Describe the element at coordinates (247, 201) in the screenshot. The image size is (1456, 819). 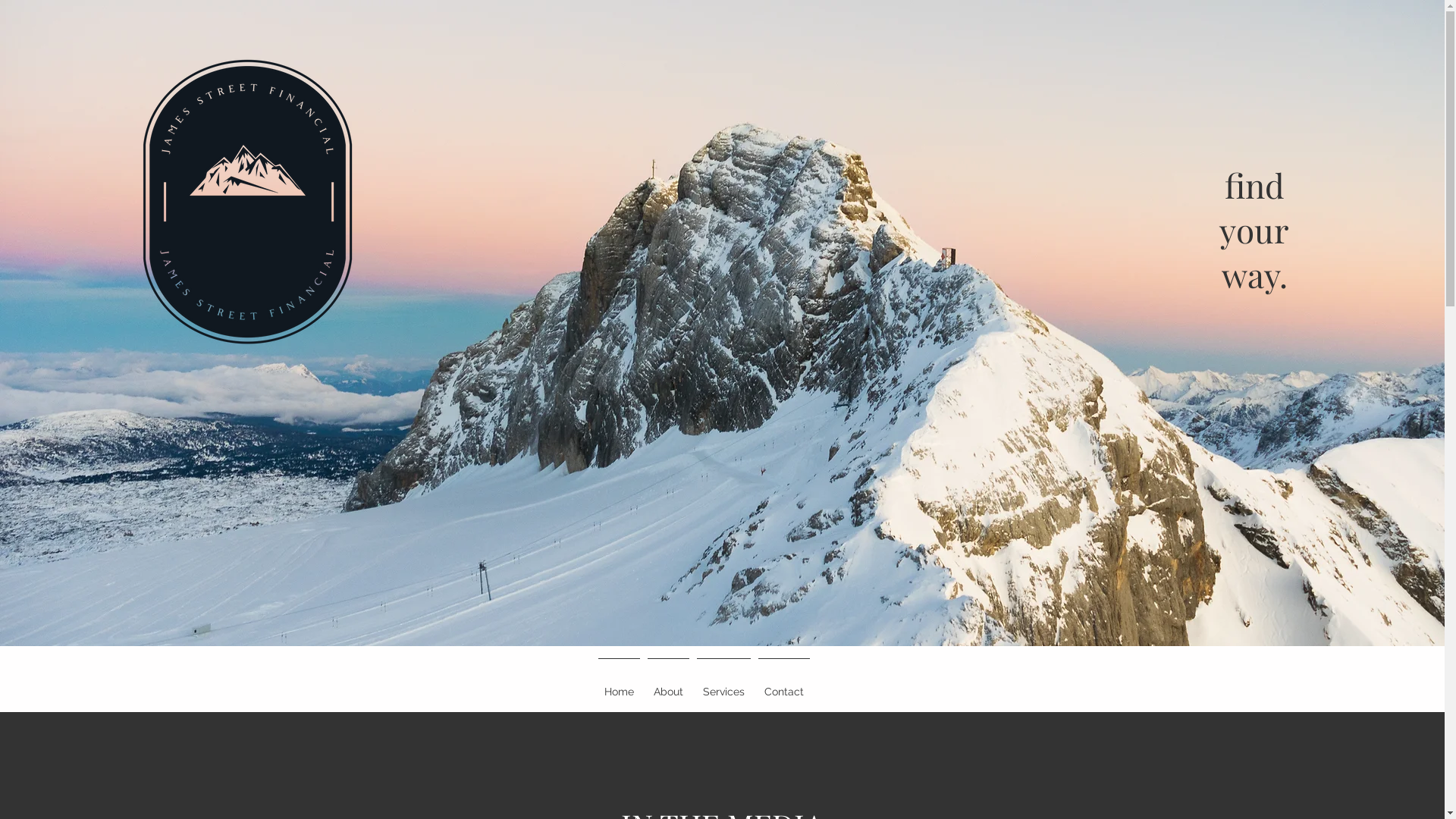
I see `'full_margin_transparent_customcolor.png'` at that location.